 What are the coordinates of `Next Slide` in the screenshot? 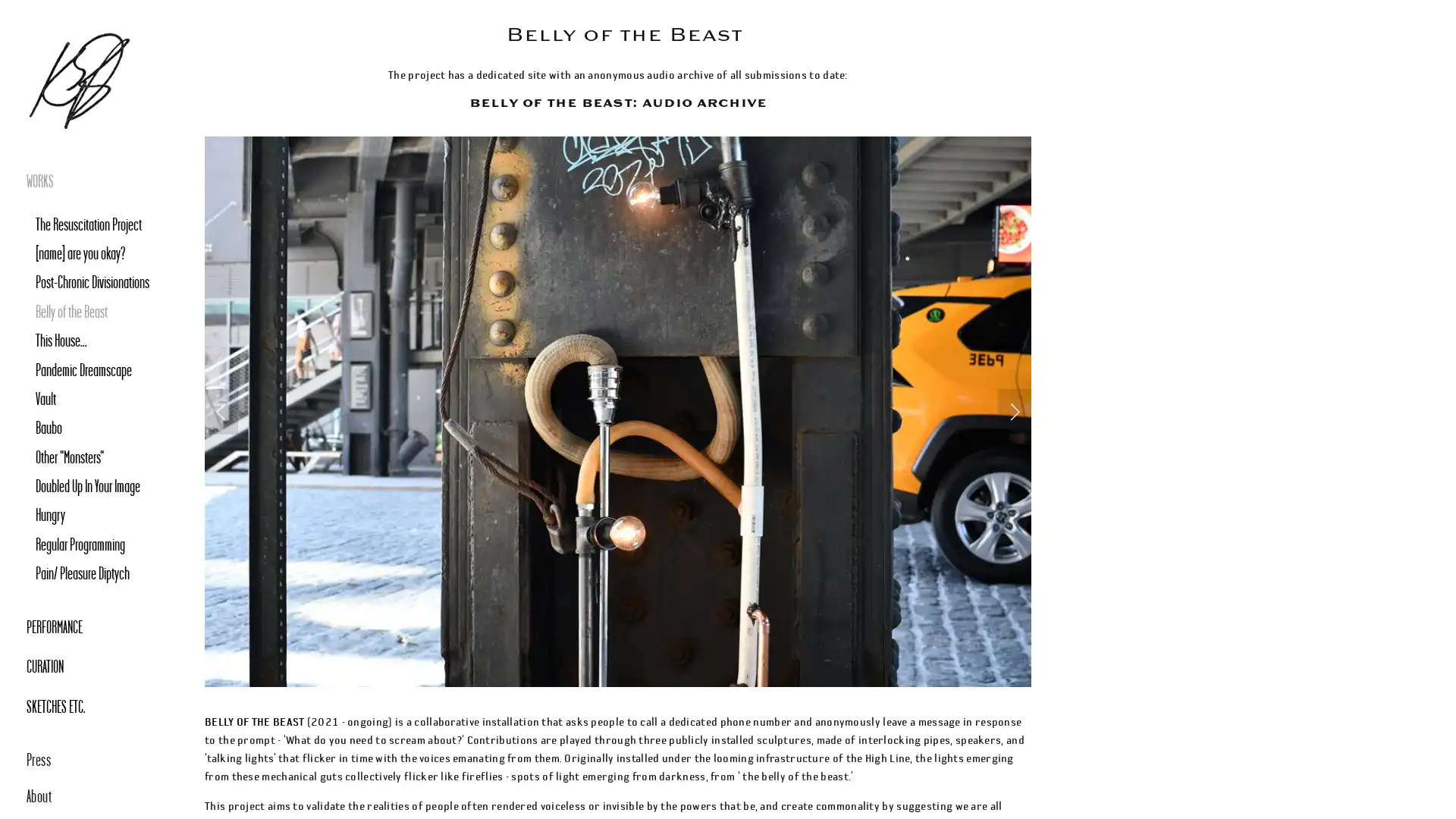 It's located at (1015, 411).